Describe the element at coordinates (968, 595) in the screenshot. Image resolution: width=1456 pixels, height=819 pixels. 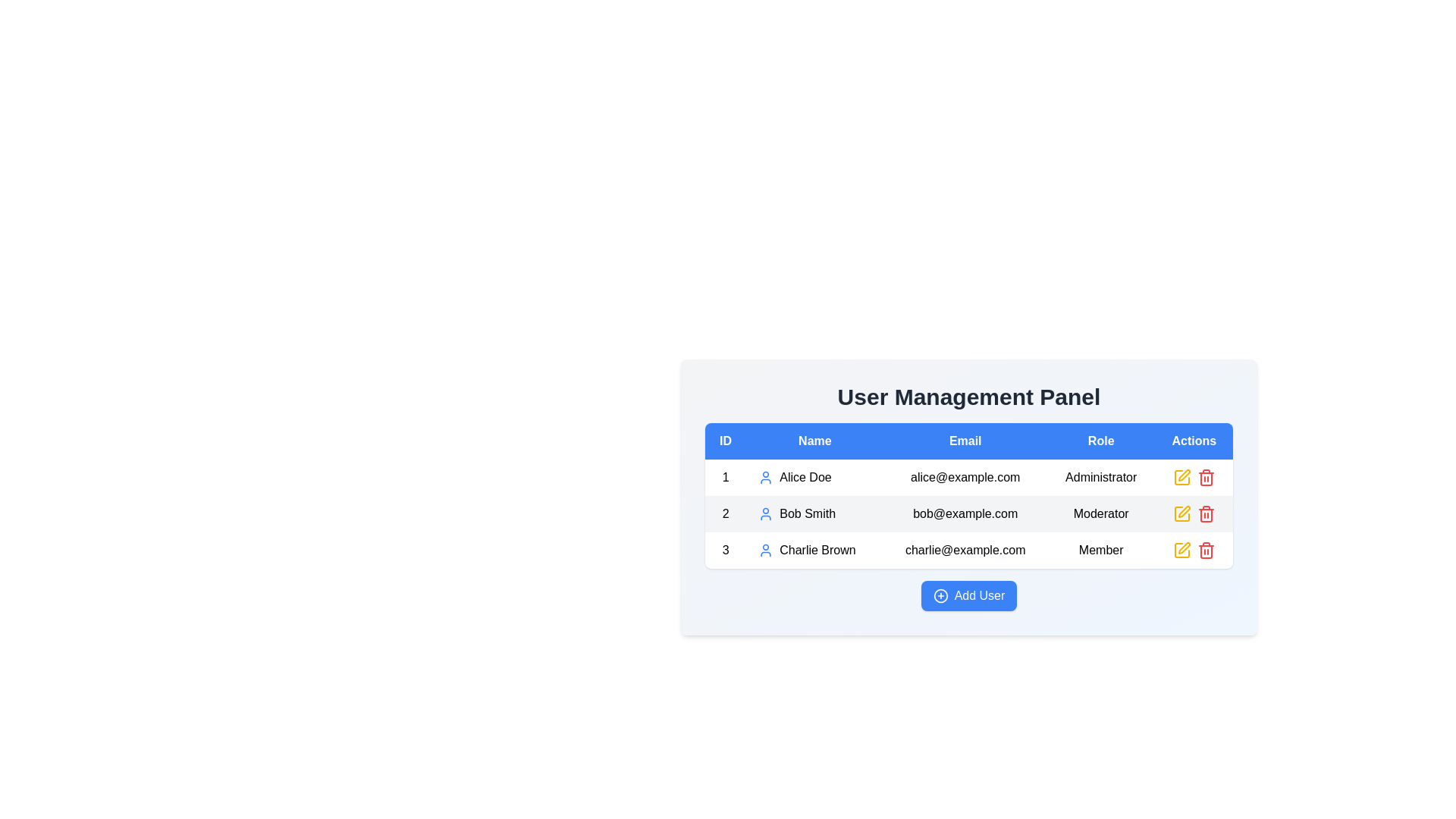
I see `the 'Add User' button located at the bottom center of the user management panel` at that location.